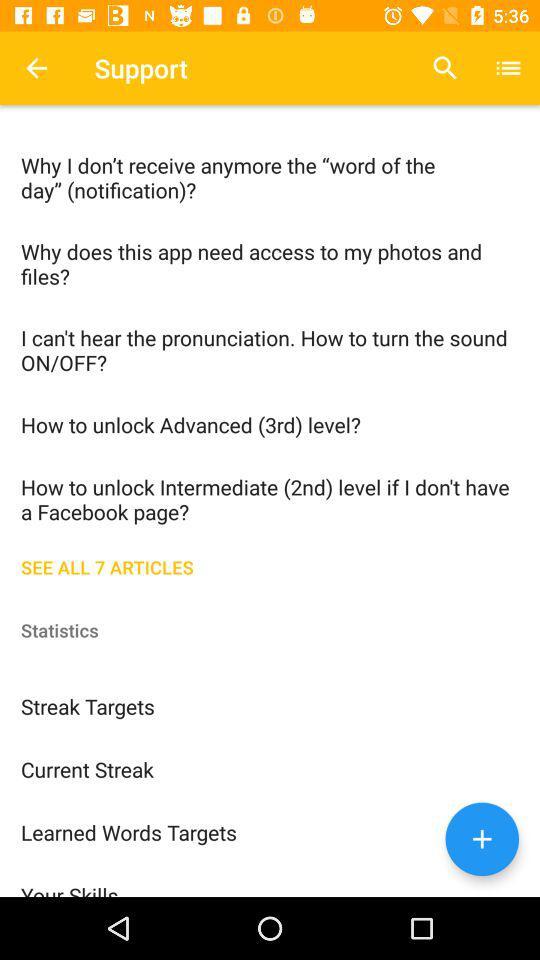 The image size is (540, 960). What do you see at coordinates (270, 767) in the screenshot?
I see `item below streak targets` at bounding box center [270, 767].